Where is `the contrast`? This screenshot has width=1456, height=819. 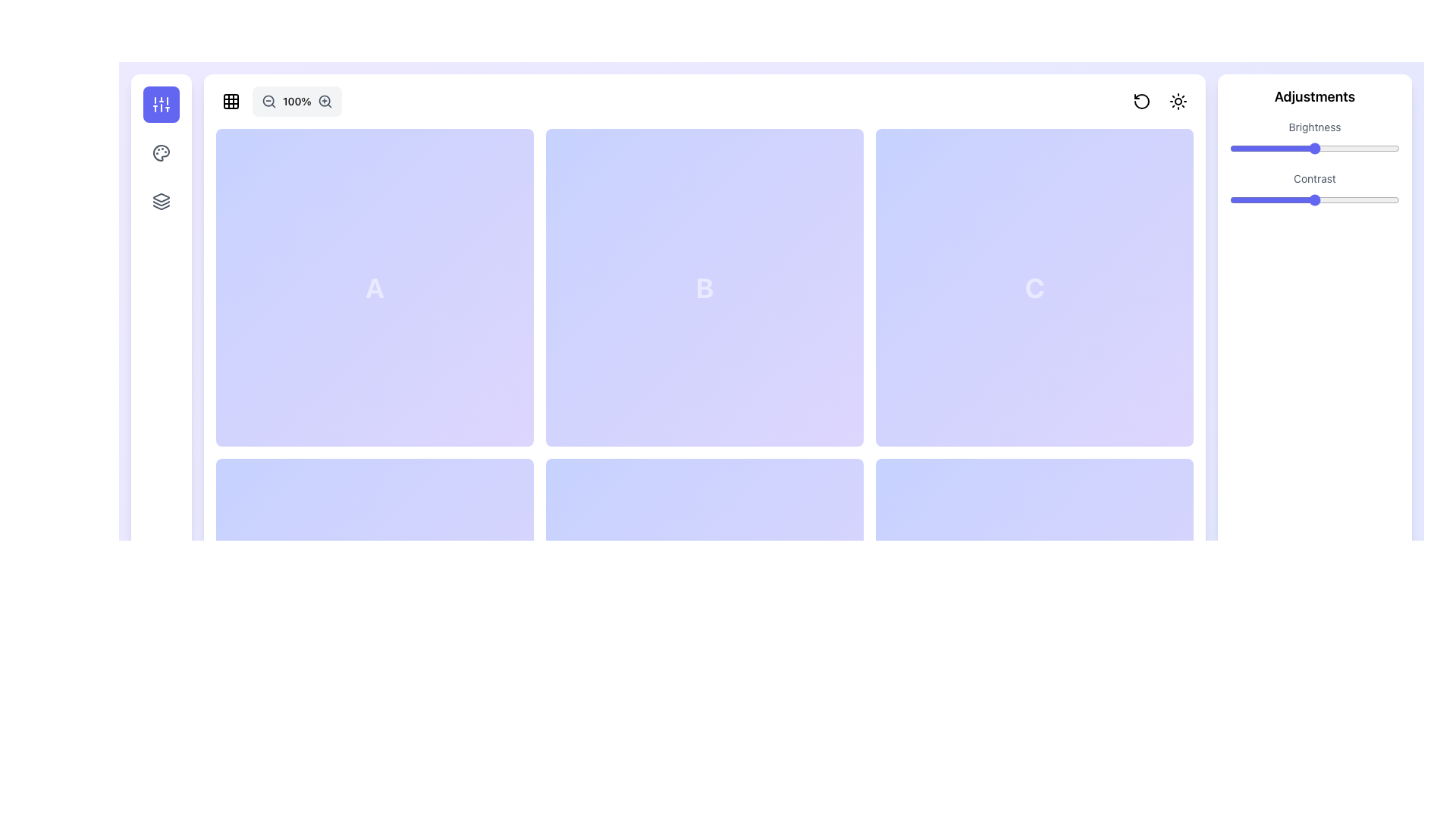 the contrast is located at coordinates (1241, 199).